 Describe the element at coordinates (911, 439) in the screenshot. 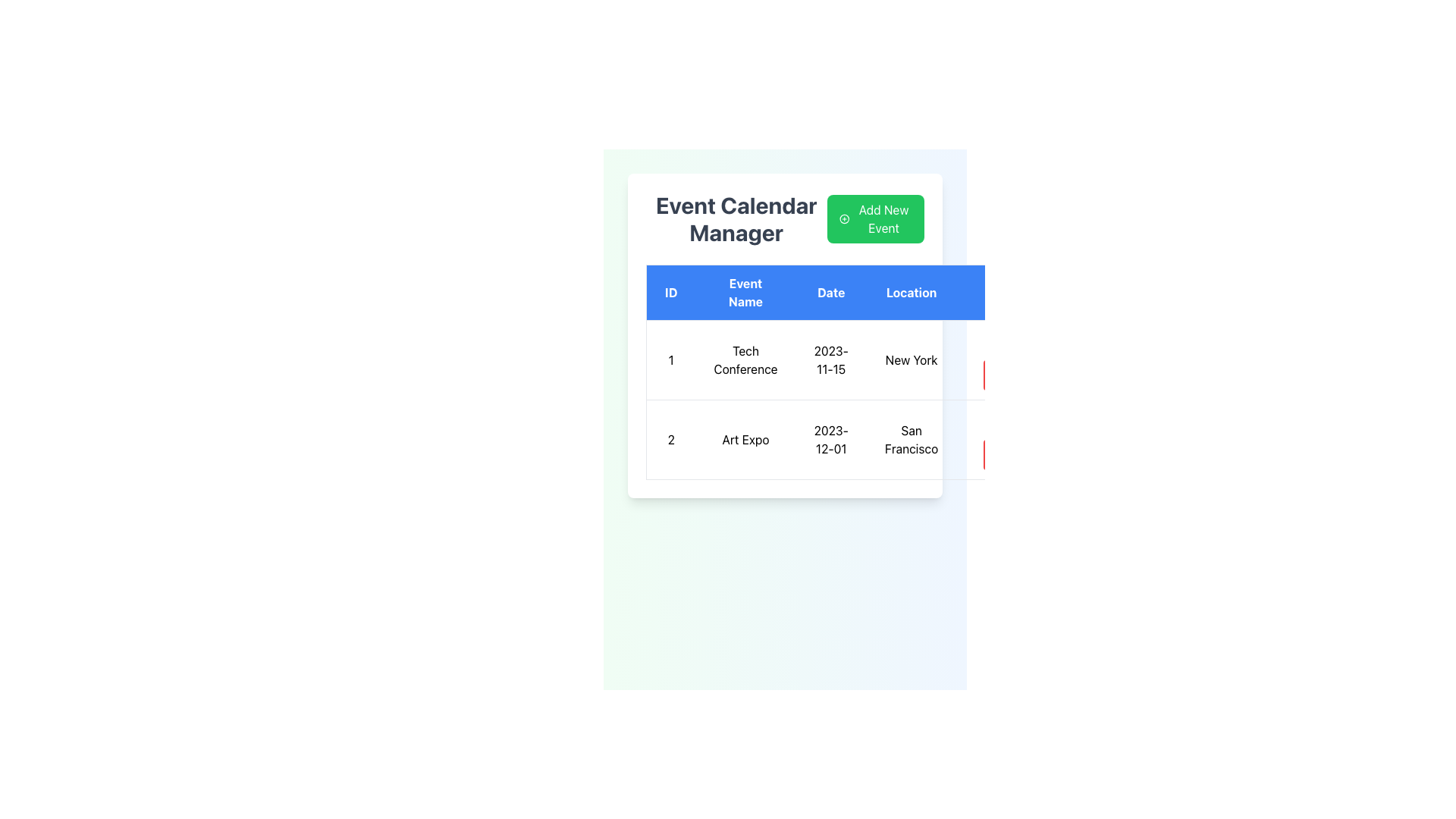

I see `the text element displaying 'San Francisco' in the 'Location' column of the table, positioned in the fourth cell of the second row` at that location.